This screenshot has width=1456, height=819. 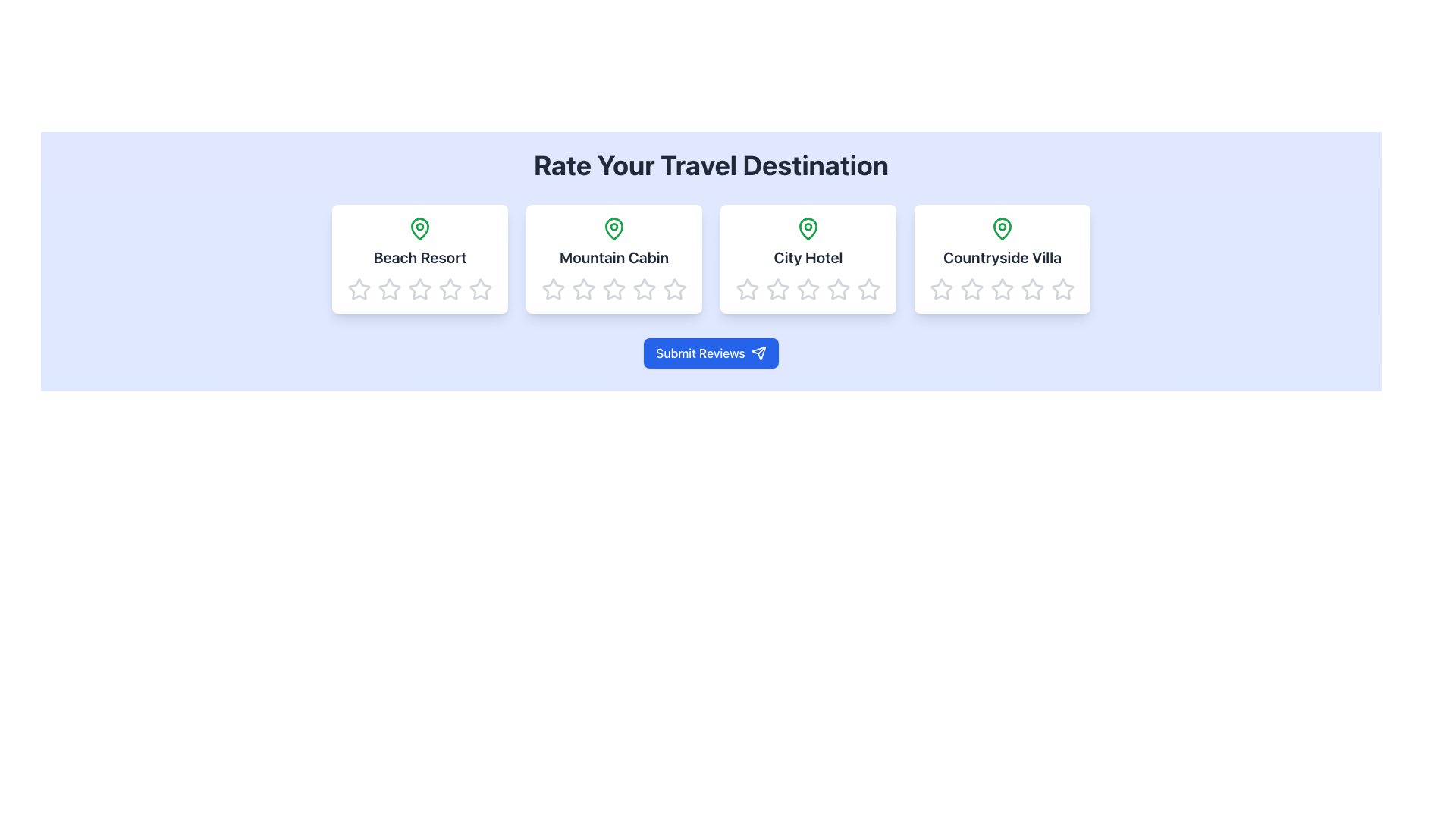 What do you see at coordinates (1032, 289) in the screenshot?
I see `the fourth star rating icon in the horizontal group of stars below the 'Countryside Villa' card` at bounding box center [1032, 289].